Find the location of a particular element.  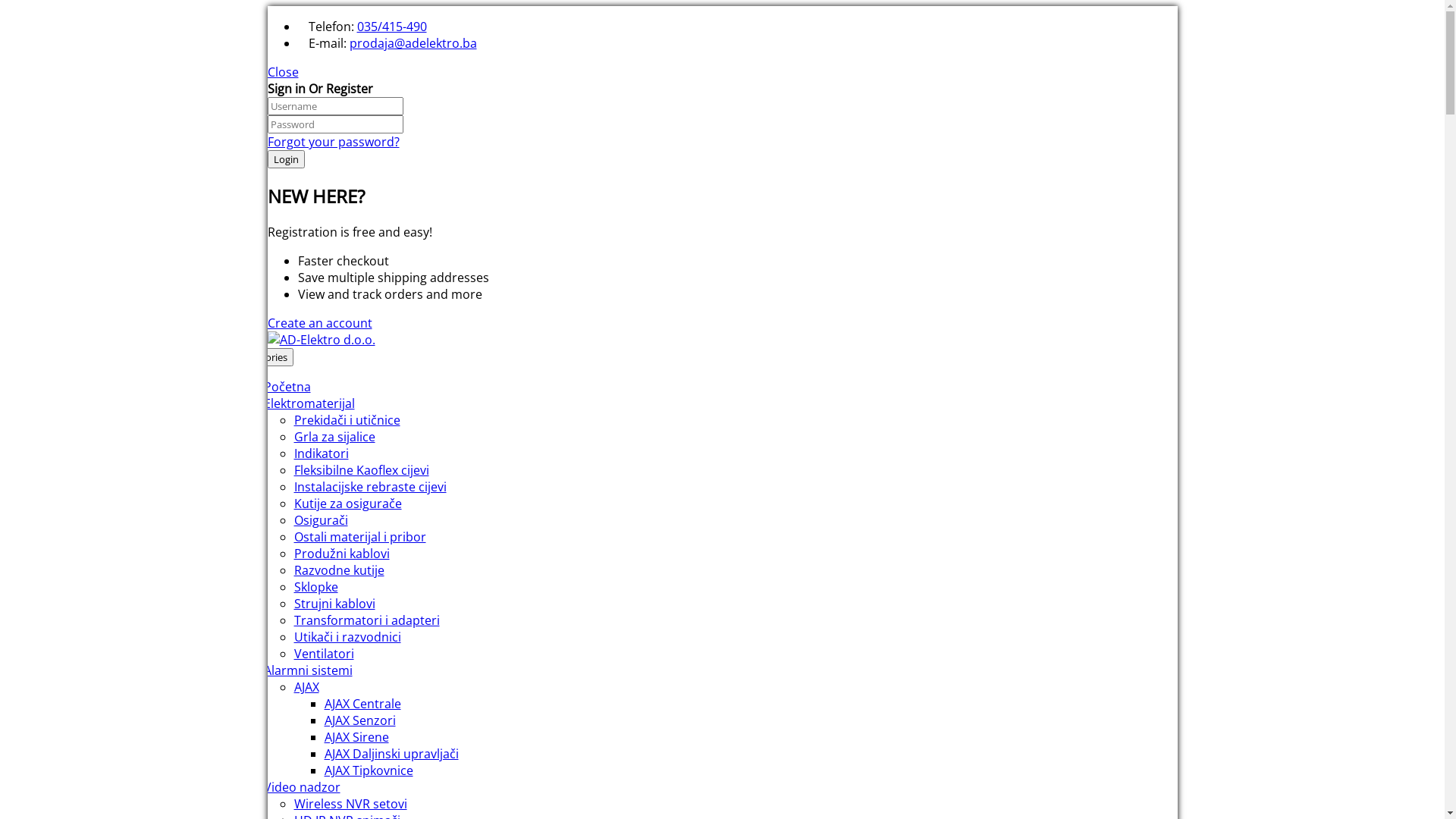

'AJAX Sirene' is located at coordinates (356, 736).